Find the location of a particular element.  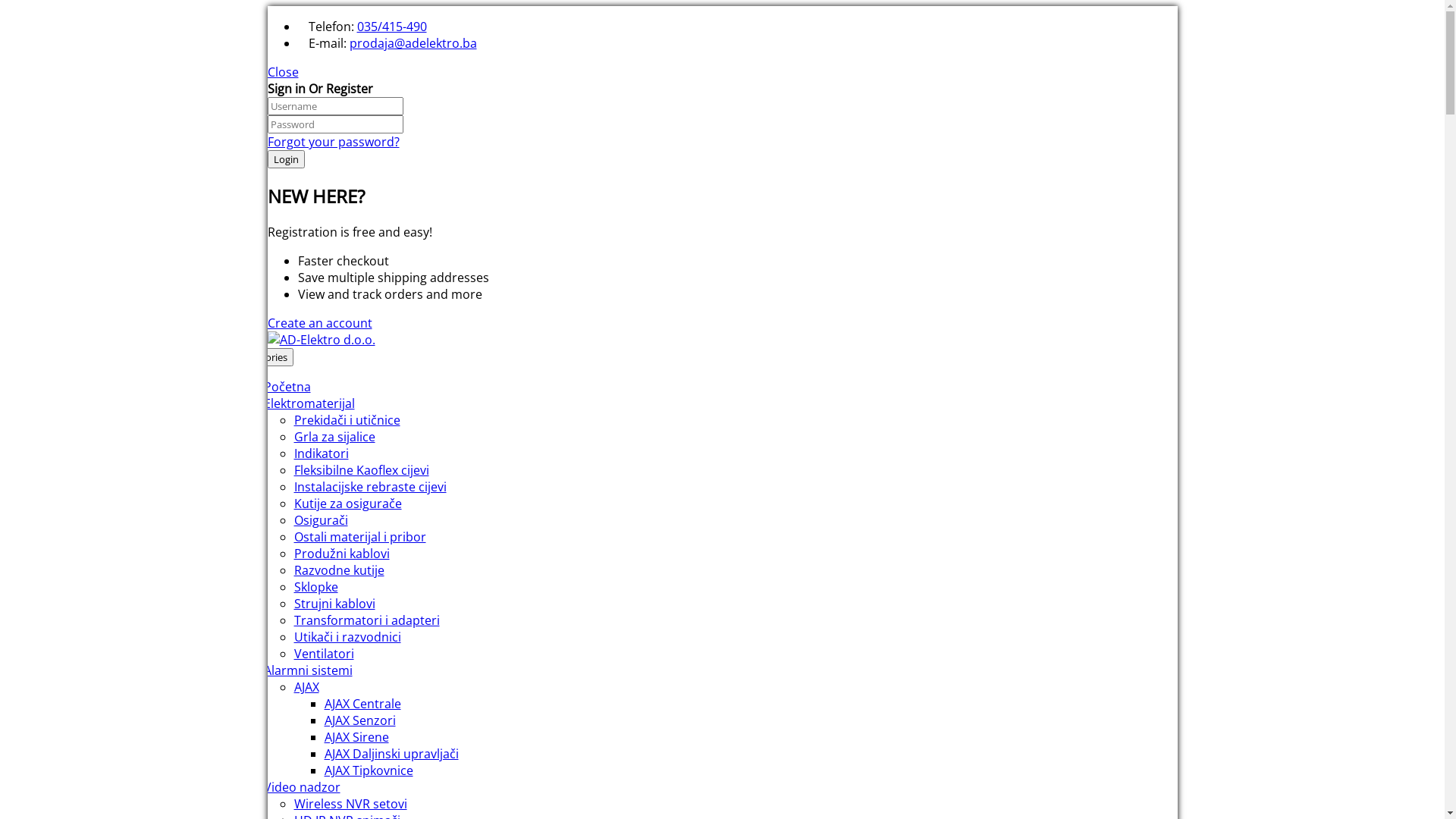

'AJAX Sirene' is located at coordinates (356, 736).